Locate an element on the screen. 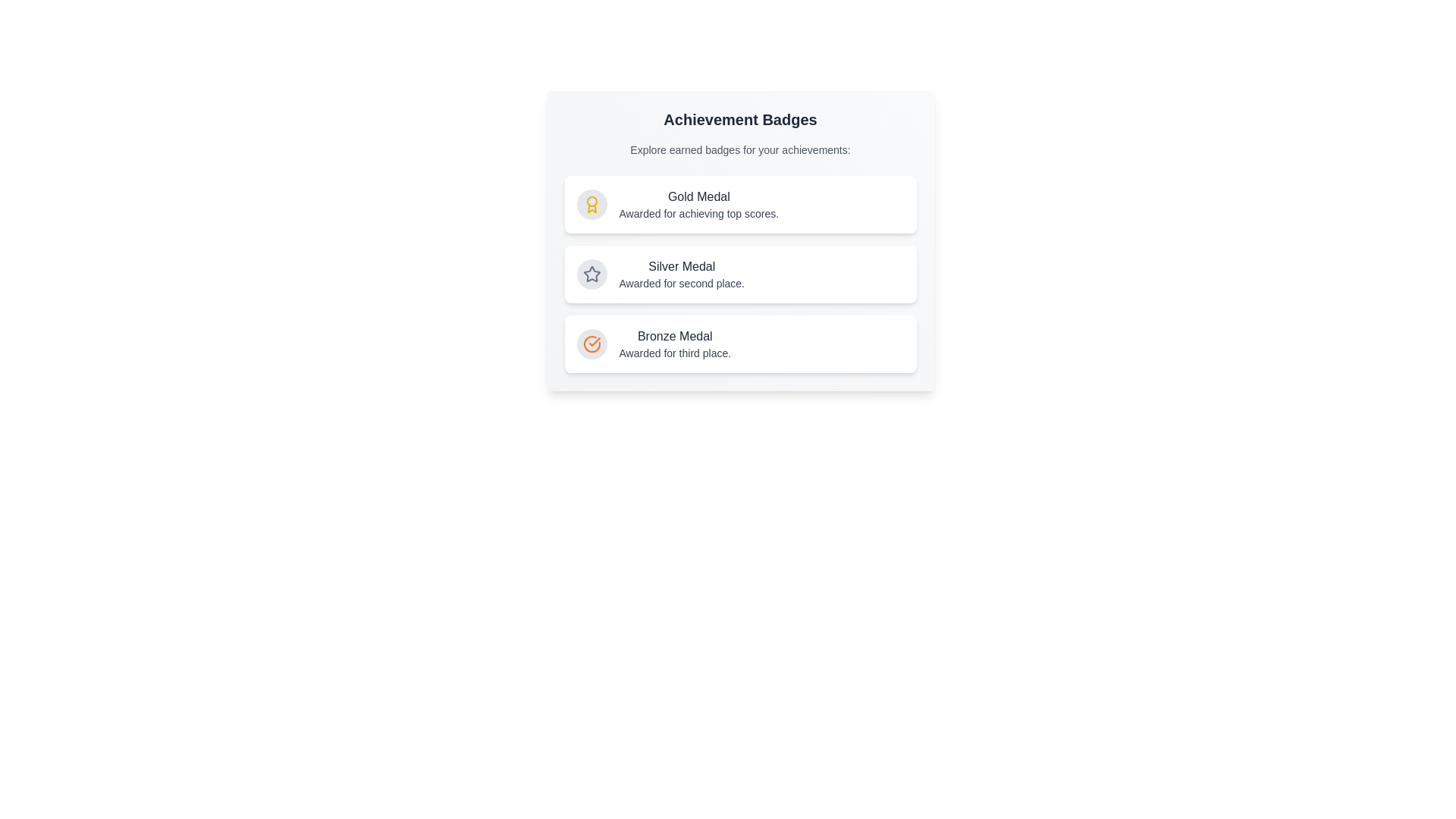 The height and width of the screenshot is (819, 1456). the circular gray icon with a star symbol, located to the left of the 'Silver Medal' section, just before the text 'Silver Medal Awarded for second place.' is located at coordinates (591, 275).